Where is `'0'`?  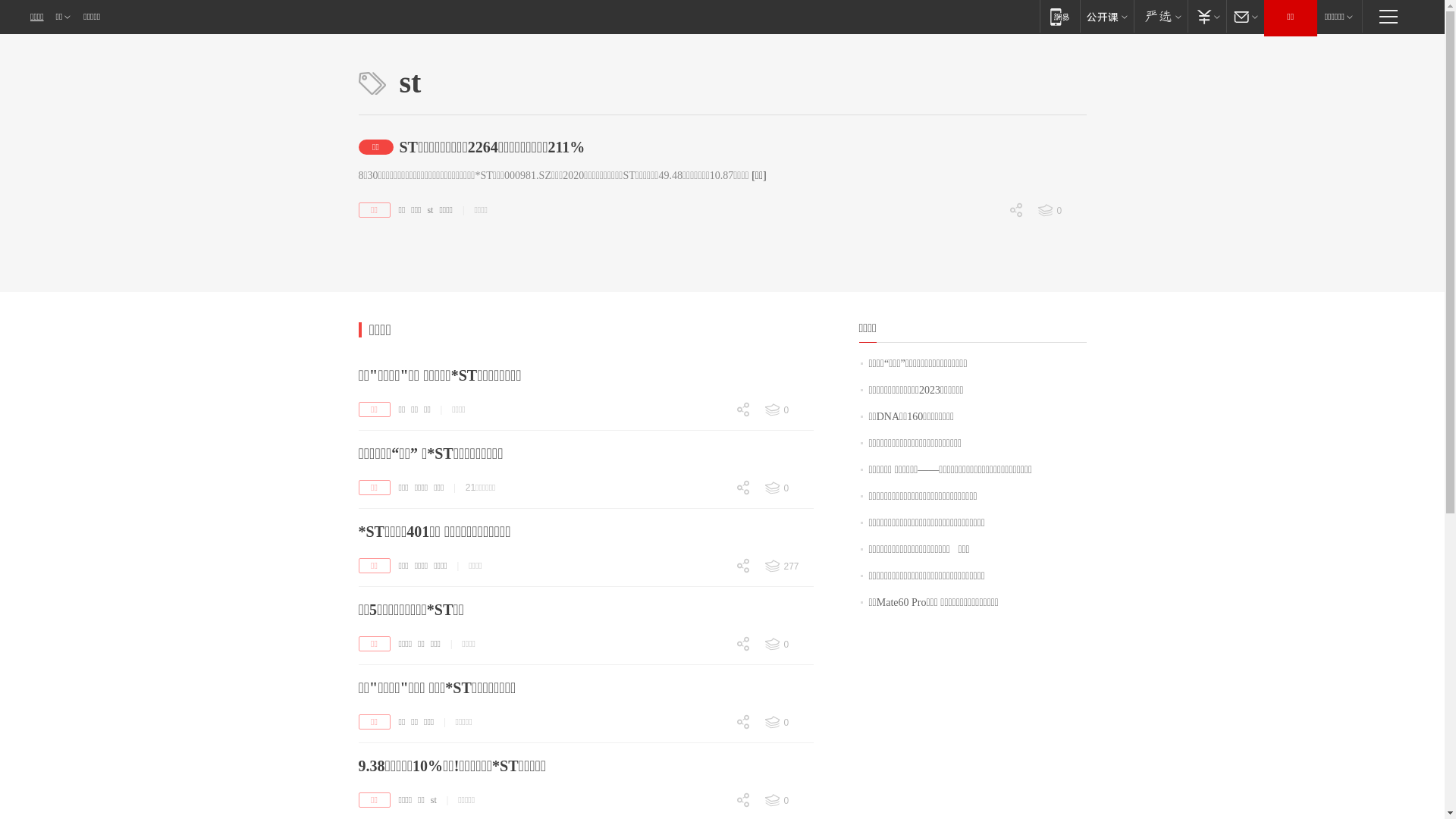
'0' is located at coordinates (946, 237).